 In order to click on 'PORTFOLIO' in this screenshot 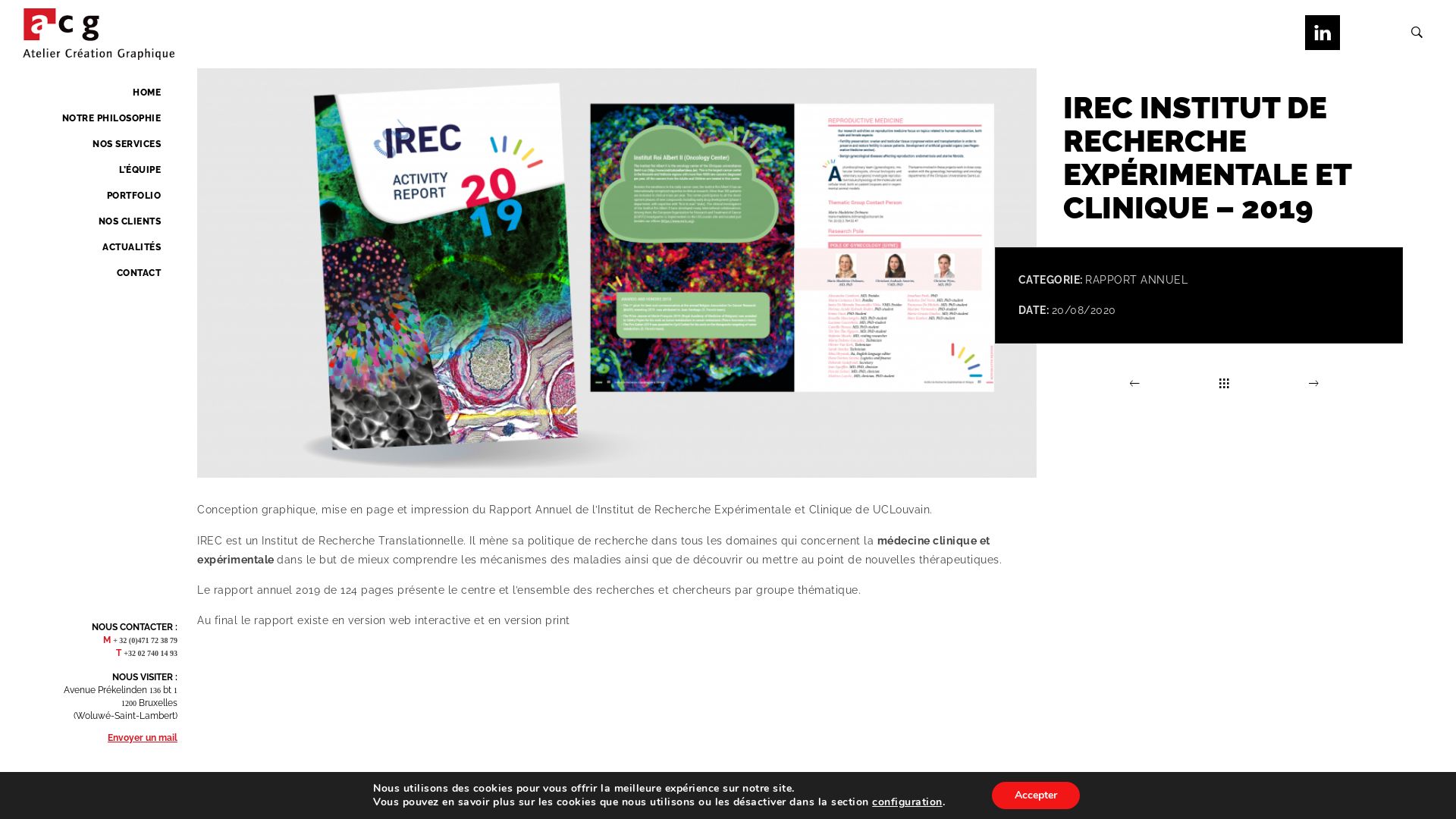, I will do `click(101, 195)`.